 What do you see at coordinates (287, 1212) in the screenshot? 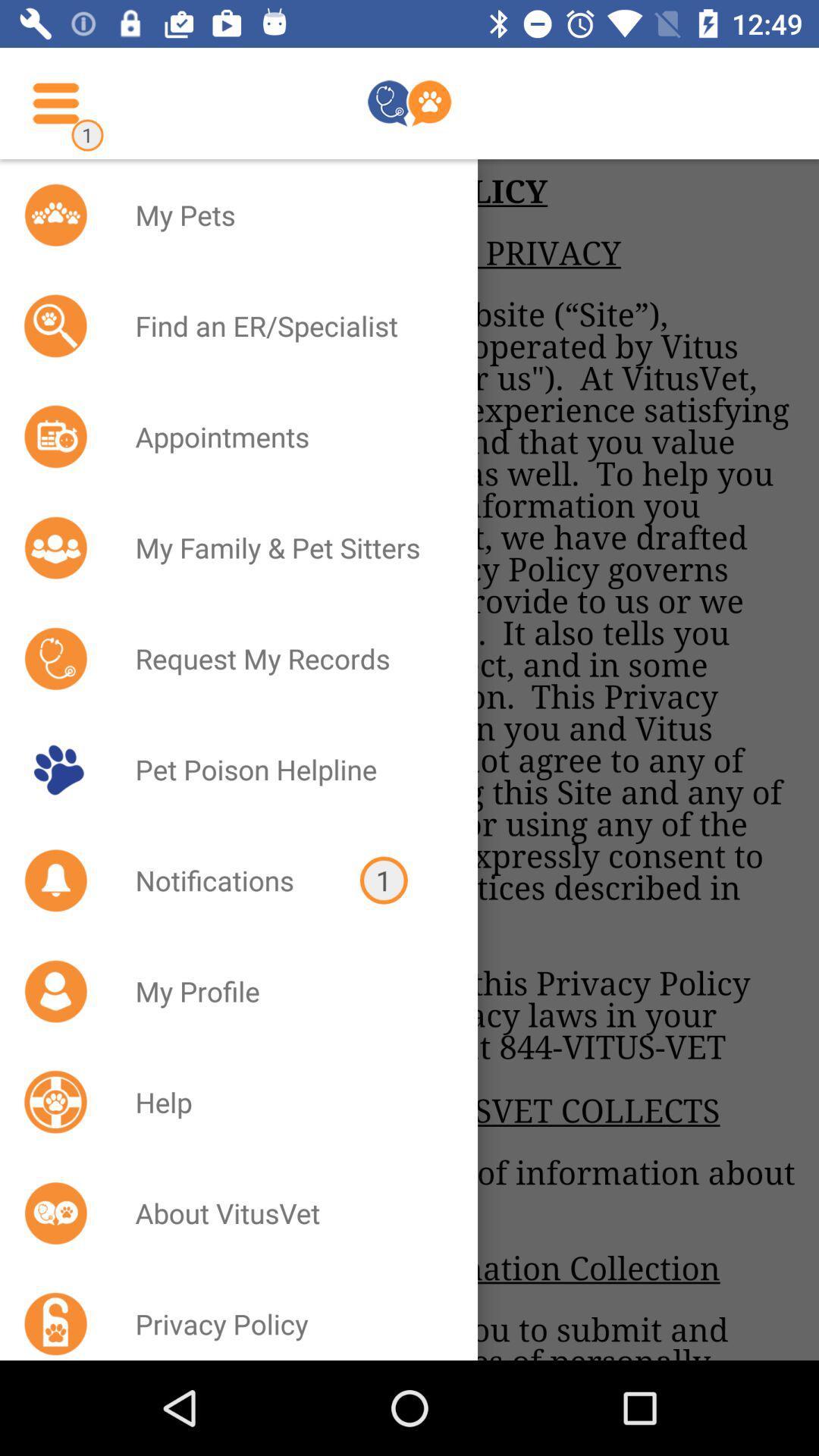
I see `about vitusvet` at bounding box center [287, 1212].